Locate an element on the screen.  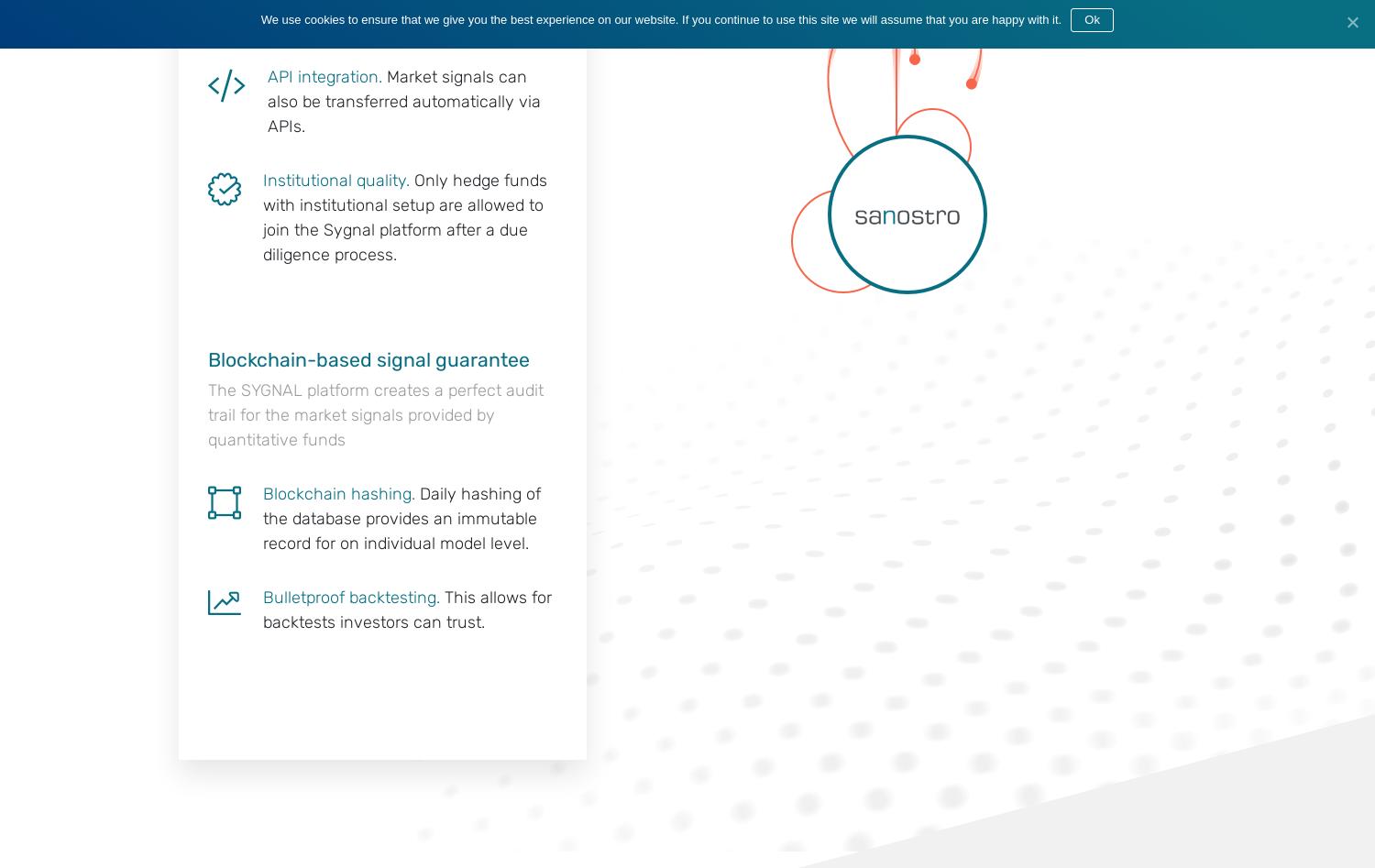
'Daily hashing of the database provides an immutable record for on individual model level.' is located at coordinates (262, 518).